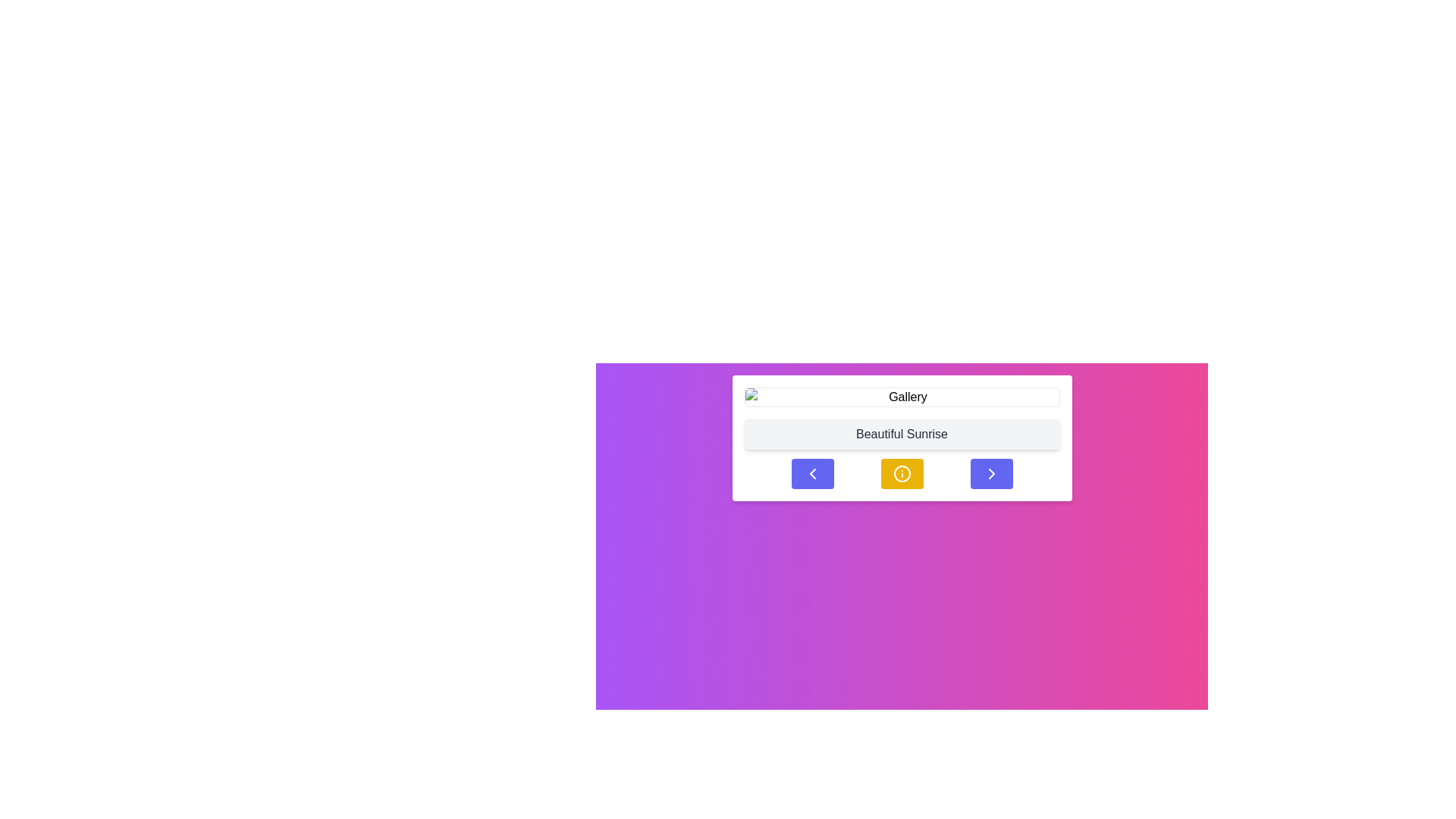 The image size is (1456, 819). I want to click on the leftmost navigation icon in the button group located at the bottom center of the interface, so click(811, 472).